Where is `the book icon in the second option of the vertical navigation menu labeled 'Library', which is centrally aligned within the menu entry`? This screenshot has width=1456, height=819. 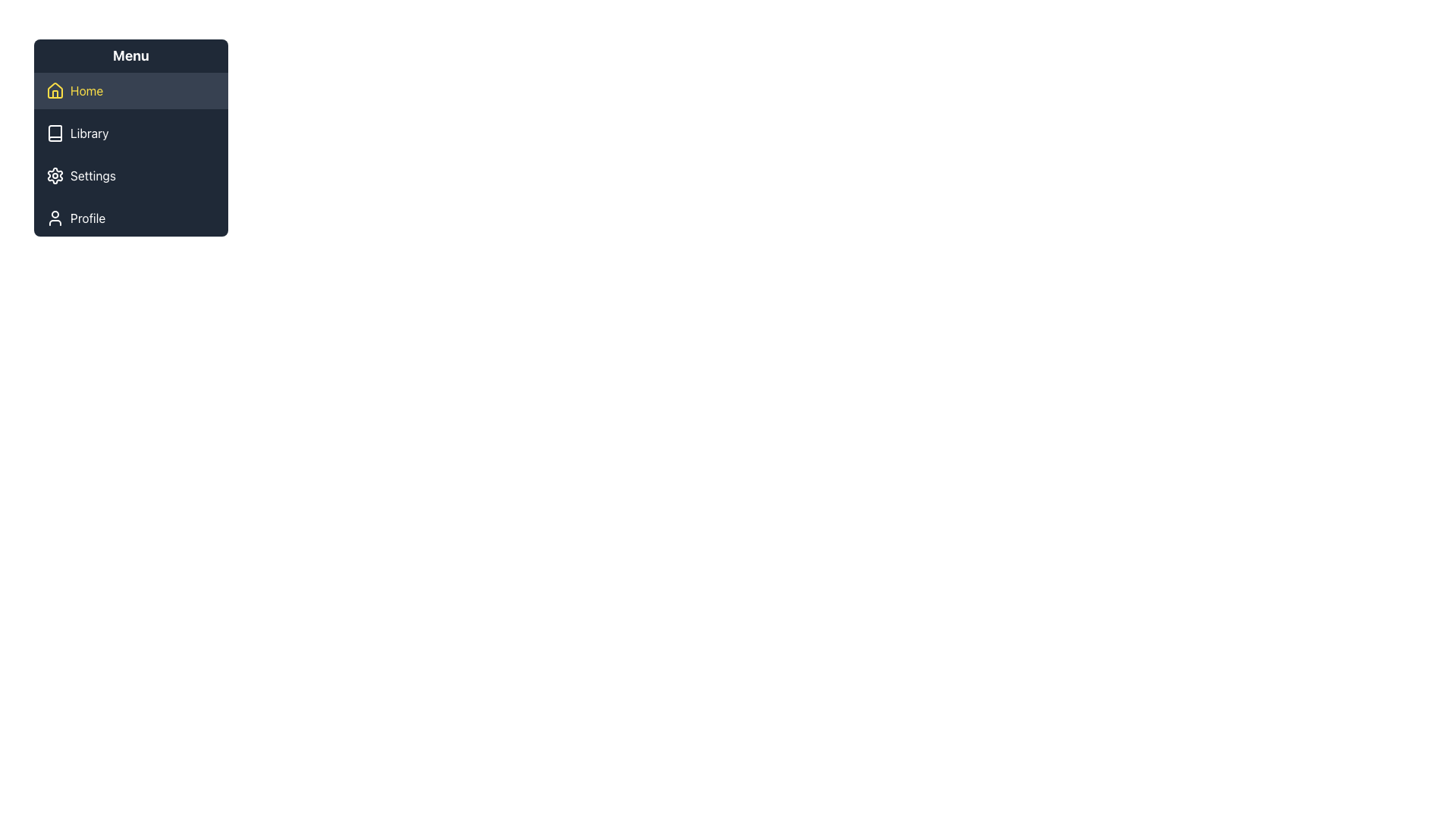 the book icon in the second option of the vertical navigation menu labeled 'Library', which is centrally aligned within the menu entry is located at coordinates (55, 133).